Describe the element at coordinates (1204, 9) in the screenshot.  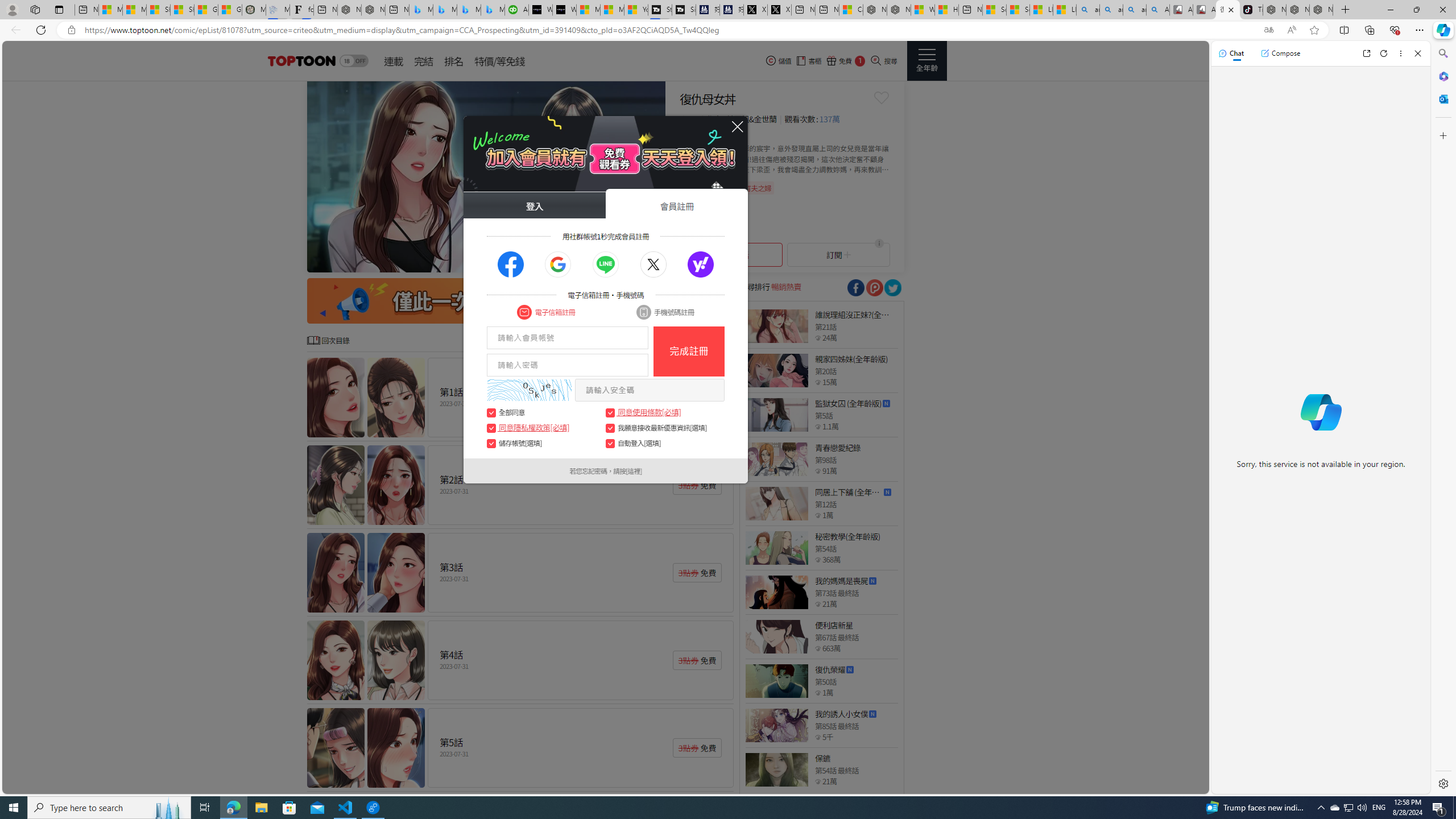
I see `'All Cubot phones'` at that location.